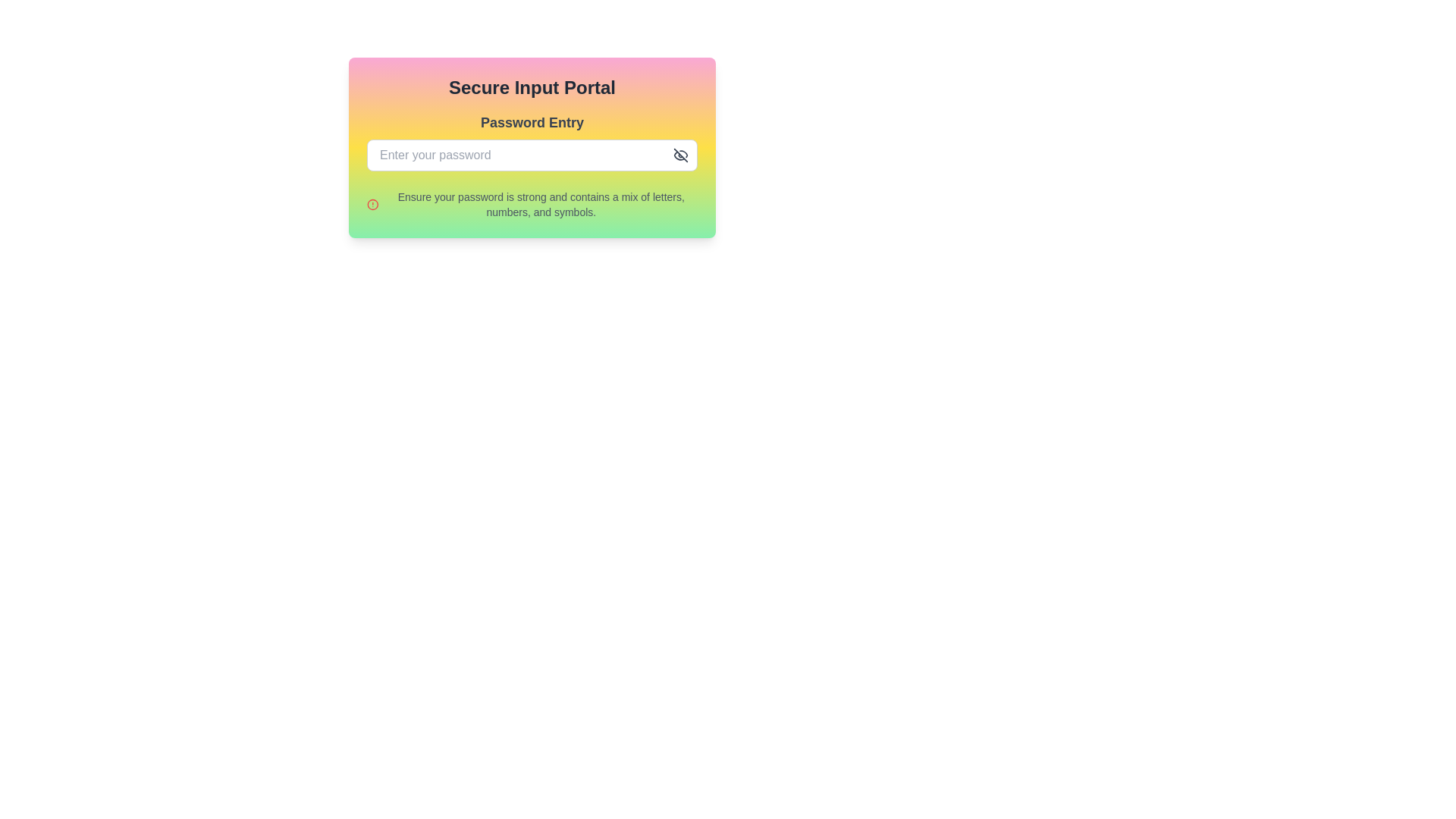 This screenshot has width=1456, height=819. What do you see at coordinates (679, 155) in the screenshot?
I see `the eye icon with a slash that controls visibility, located to the right of the password input field, to change its shade` at bounding box center [679, 155].